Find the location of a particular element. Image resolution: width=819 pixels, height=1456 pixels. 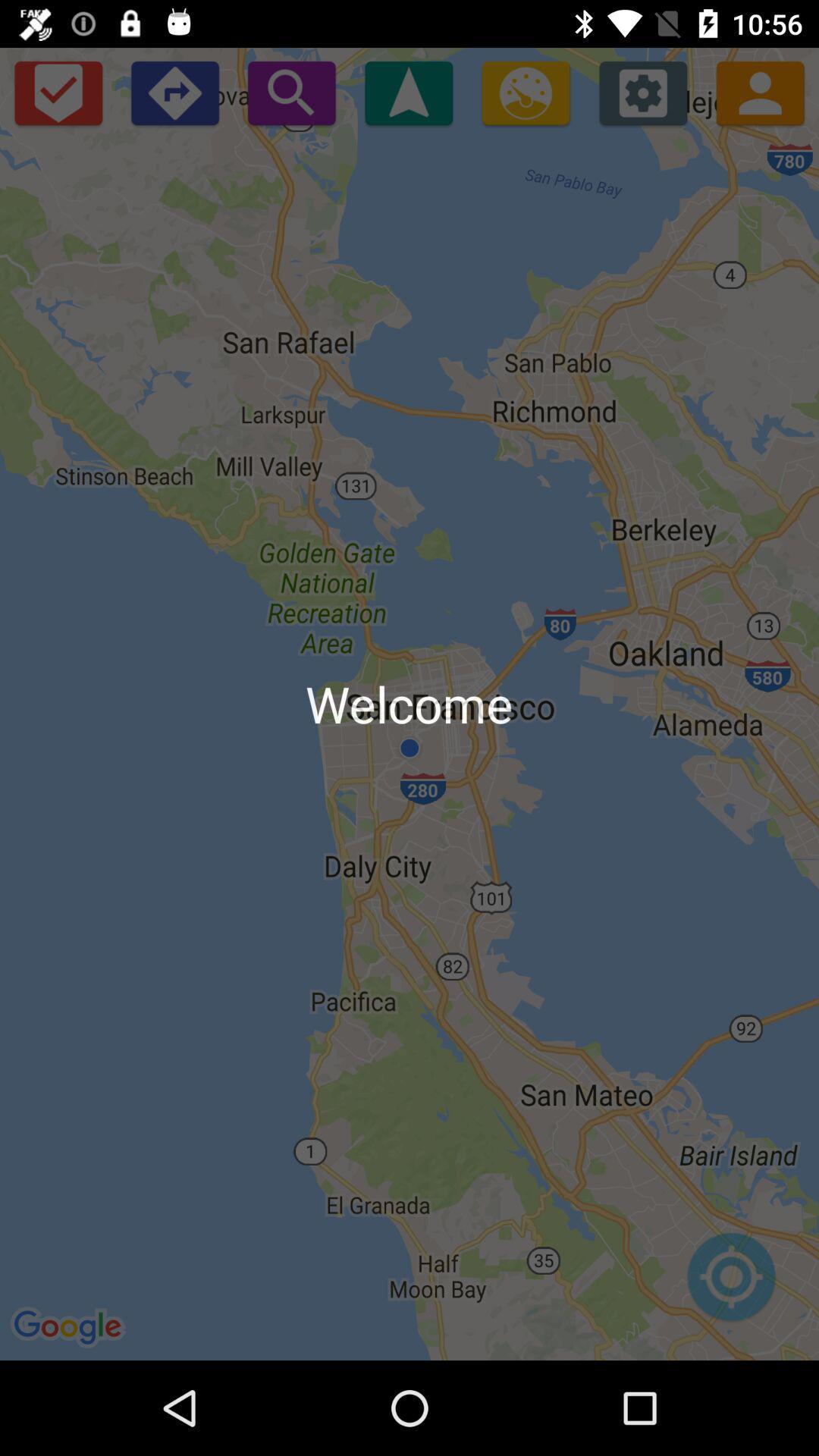

navigate is located at coordinates (408, 92).